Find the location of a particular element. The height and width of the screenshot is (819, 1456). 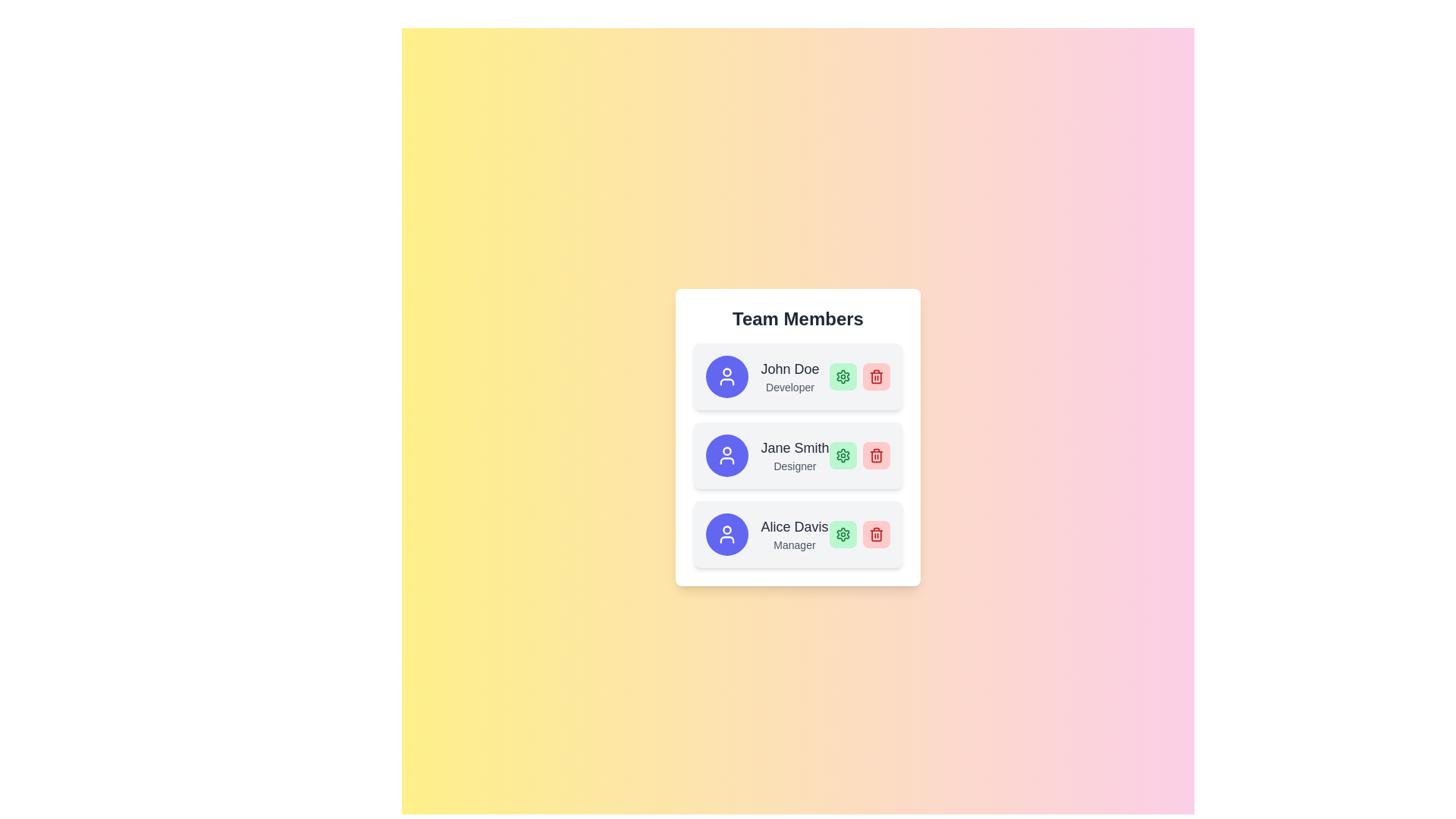

the user name displayed in the user profile component, which is the third entry in the 'Team Members' list is located at coordinates (767, 534).